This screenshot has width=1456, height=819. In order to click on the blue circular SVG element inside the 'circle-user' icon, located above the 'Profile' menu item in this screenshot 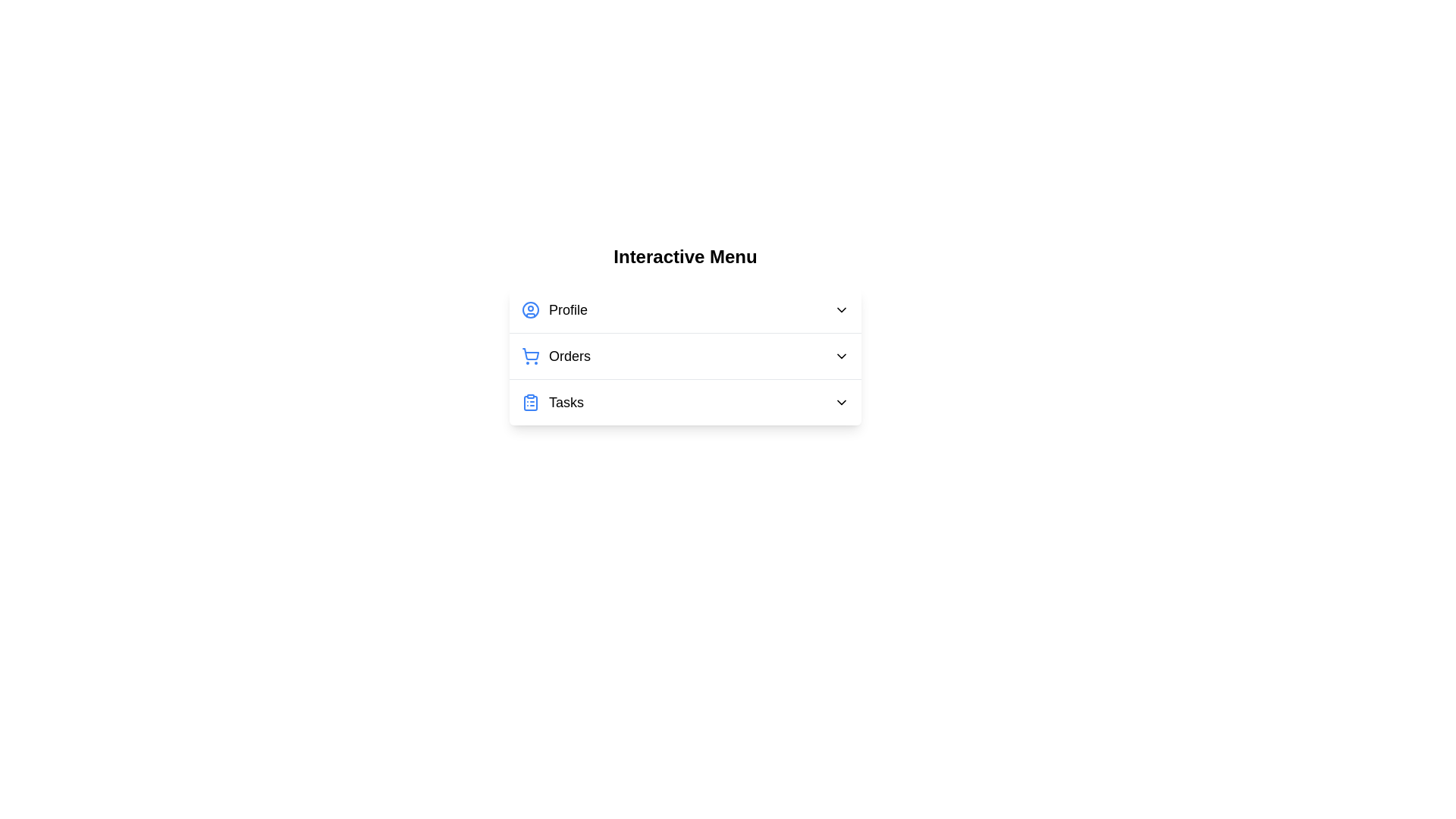, I will do `click(531, 309)`.